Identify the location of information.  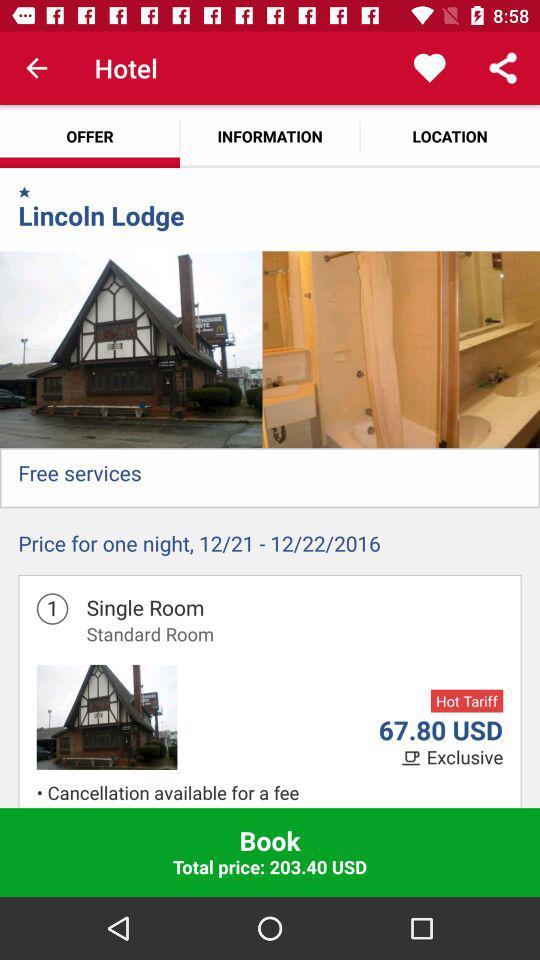
(270, 135).